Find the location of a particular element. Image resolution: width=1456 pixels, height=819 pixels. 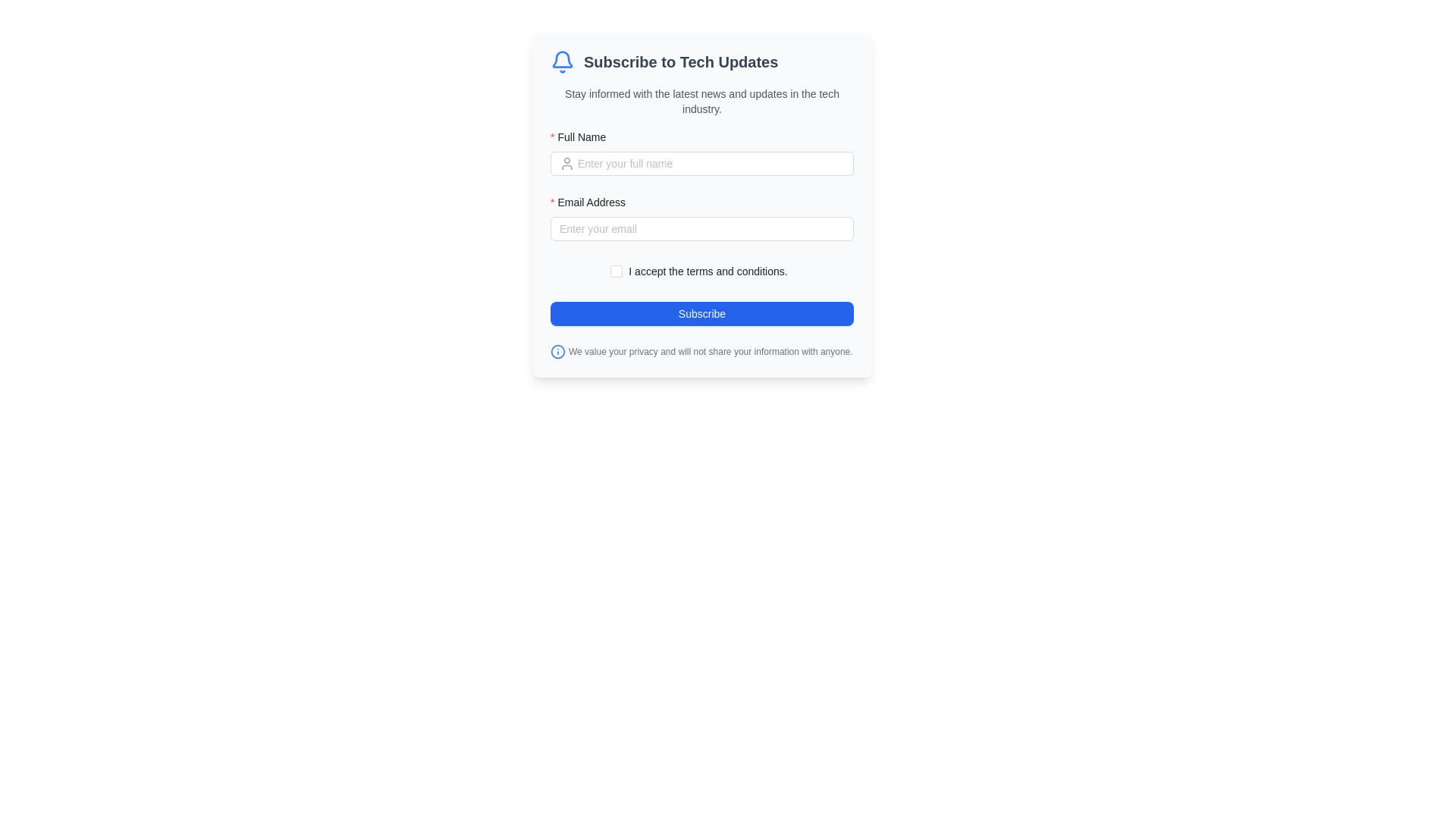

the 'Subscribe' button with a dark blue background and white text is located at coordinates (701, 312).